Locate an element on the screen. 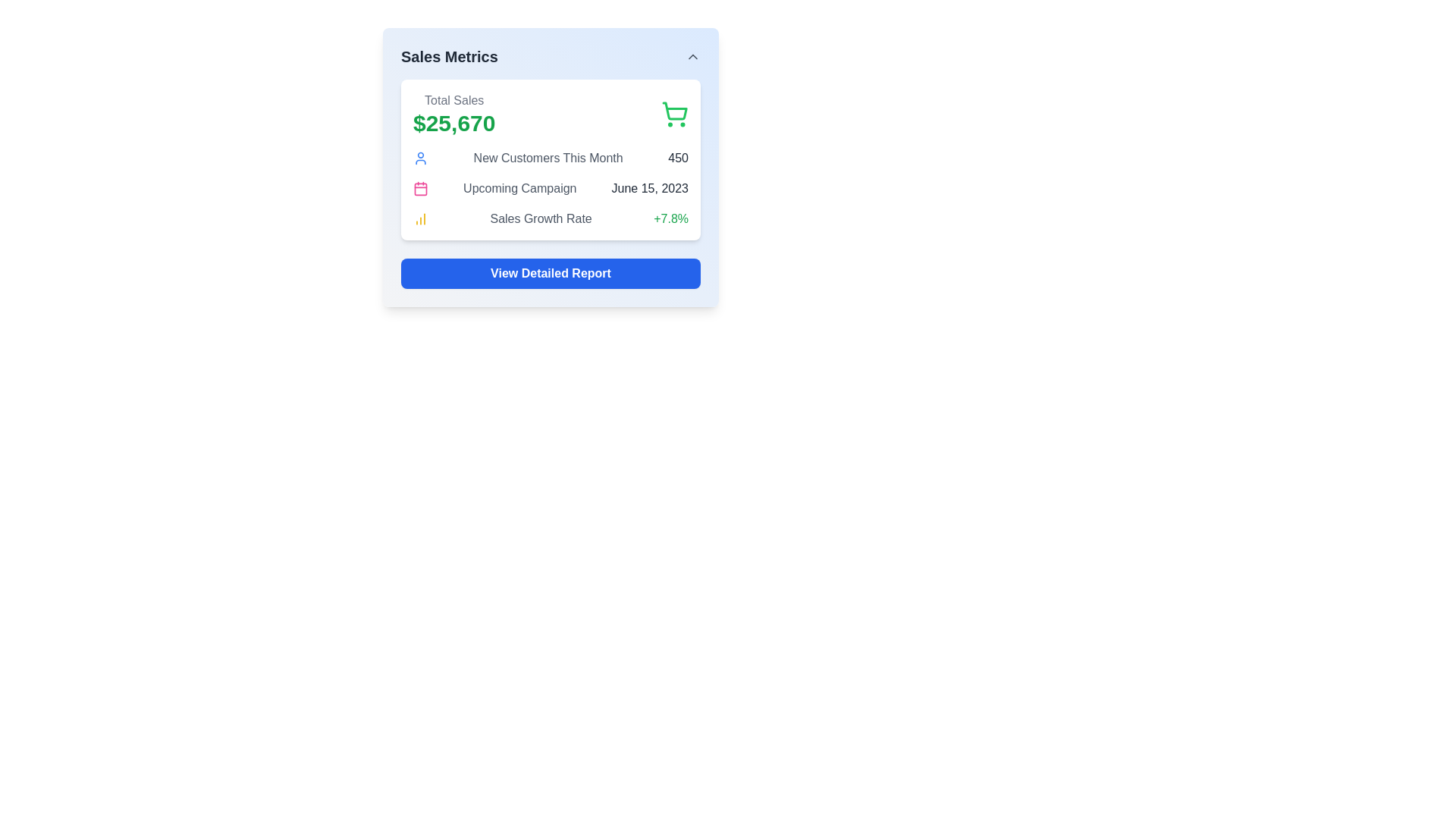 The image size is (1456, 819). the text label displaying 'June 15, 2023' to read its text is located at coordinates (650, 188).